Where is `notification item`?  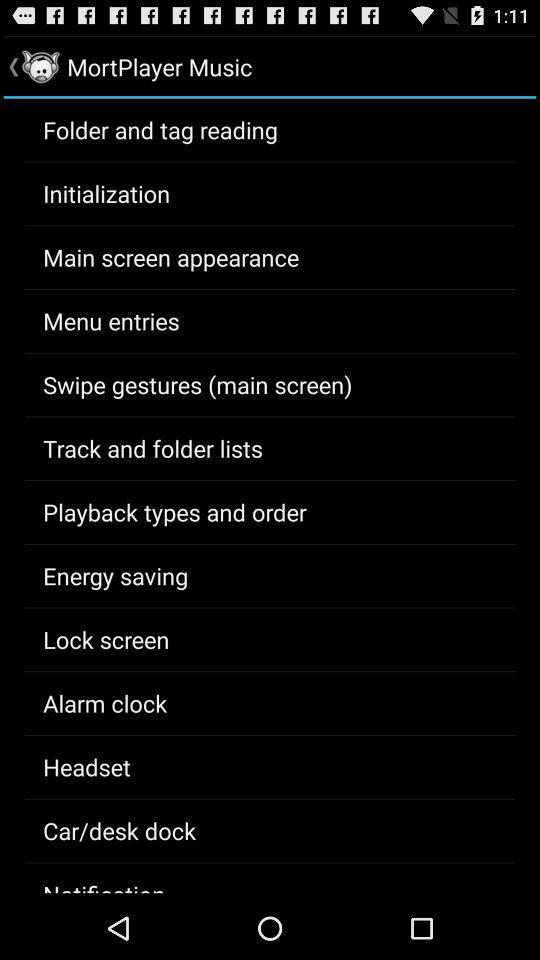
notification item is located at coordinates (104, 884).